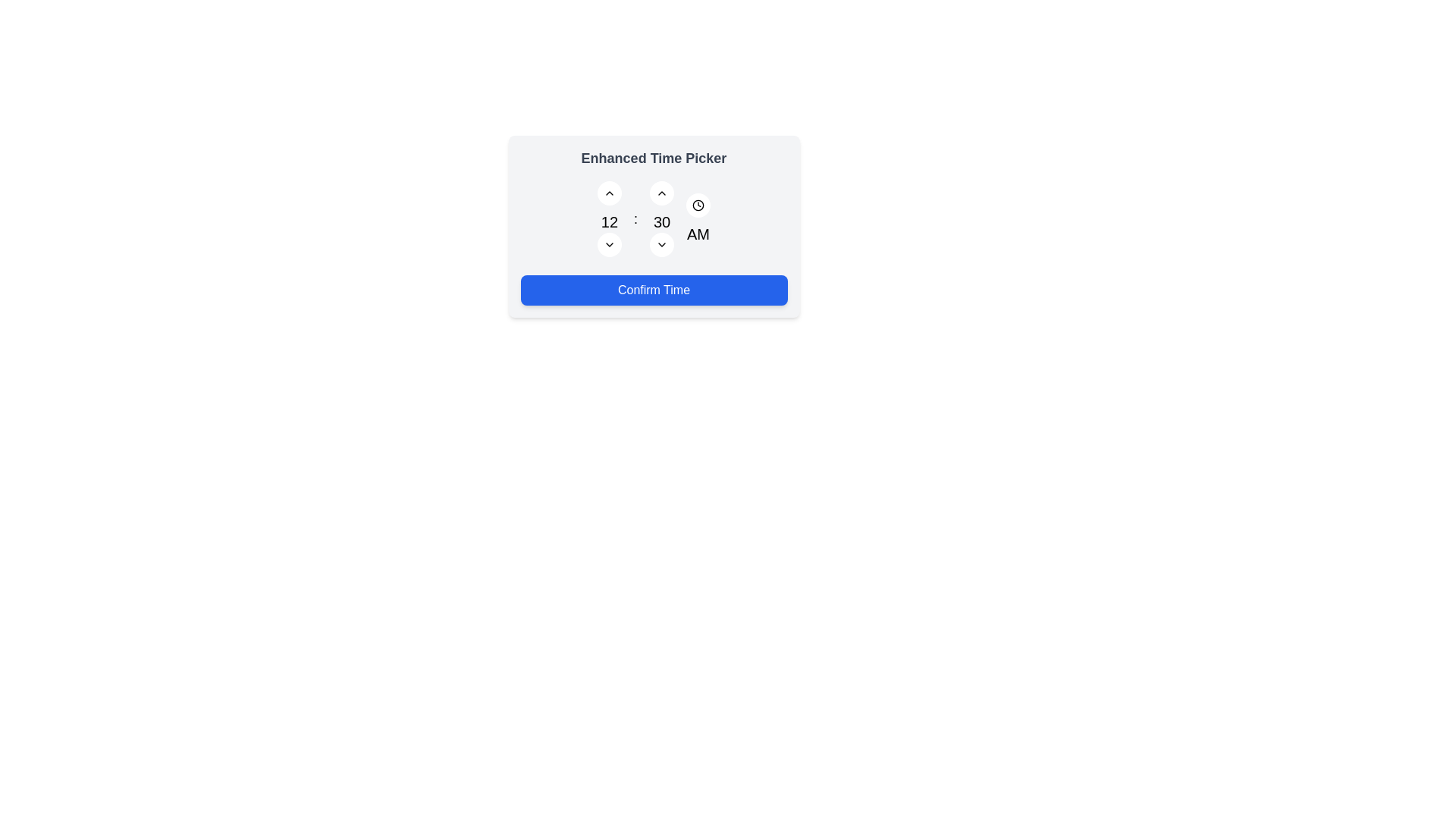  Describe the element at coordinates (698, 234) in the screenshot. I see `the 'AM' text label, which is displayed in a bold, large font as part of the time selection interface below the clock icon` at that location.